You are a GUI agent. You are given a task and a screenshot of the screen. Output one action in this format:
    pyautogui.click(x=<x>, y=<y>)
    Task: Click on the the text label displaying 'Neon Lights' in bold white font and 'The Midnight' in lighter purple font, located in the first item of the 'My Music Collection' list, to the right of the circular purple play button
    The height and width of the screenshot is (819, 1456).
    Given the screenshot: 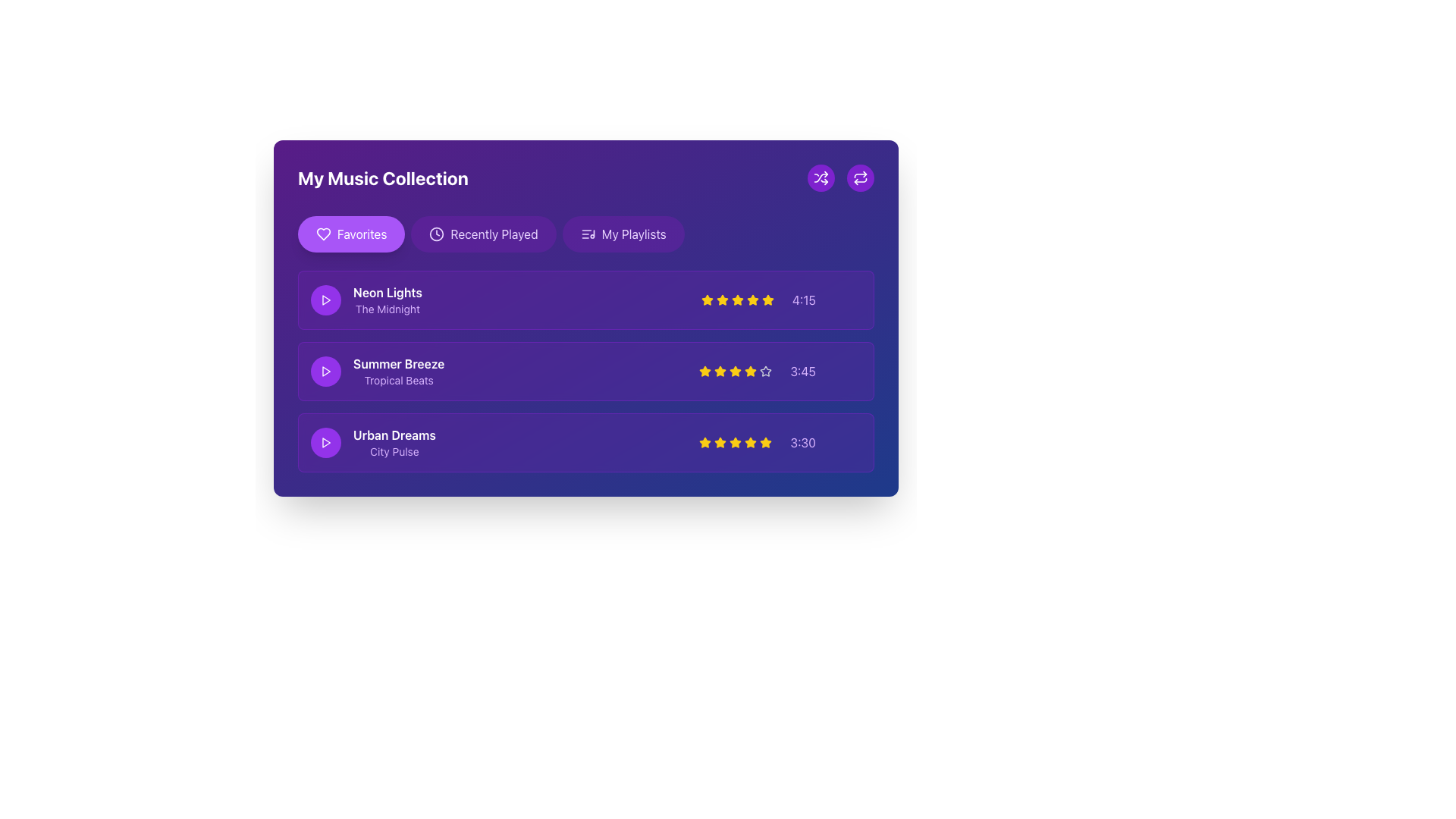 What is the action you would take?
    pyautogui.click(x=388, y=300)
    